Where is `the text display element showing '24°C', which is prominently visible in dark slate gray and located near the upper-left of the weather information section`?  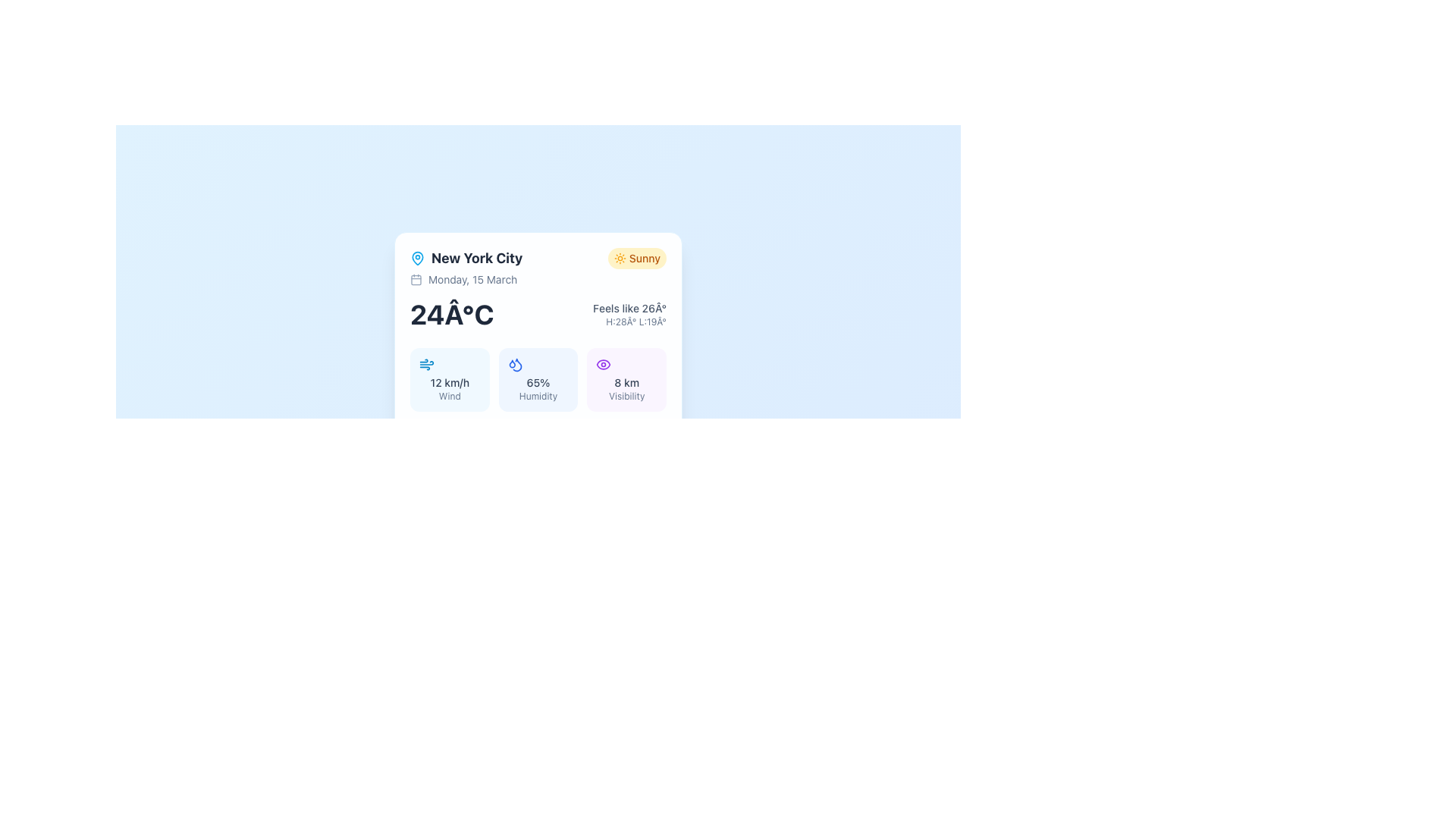
the text display element showing '24°C', which is prominently visible in dark slate gray and located near the upper-left of the weather information section is located at coordinates (451, 314).